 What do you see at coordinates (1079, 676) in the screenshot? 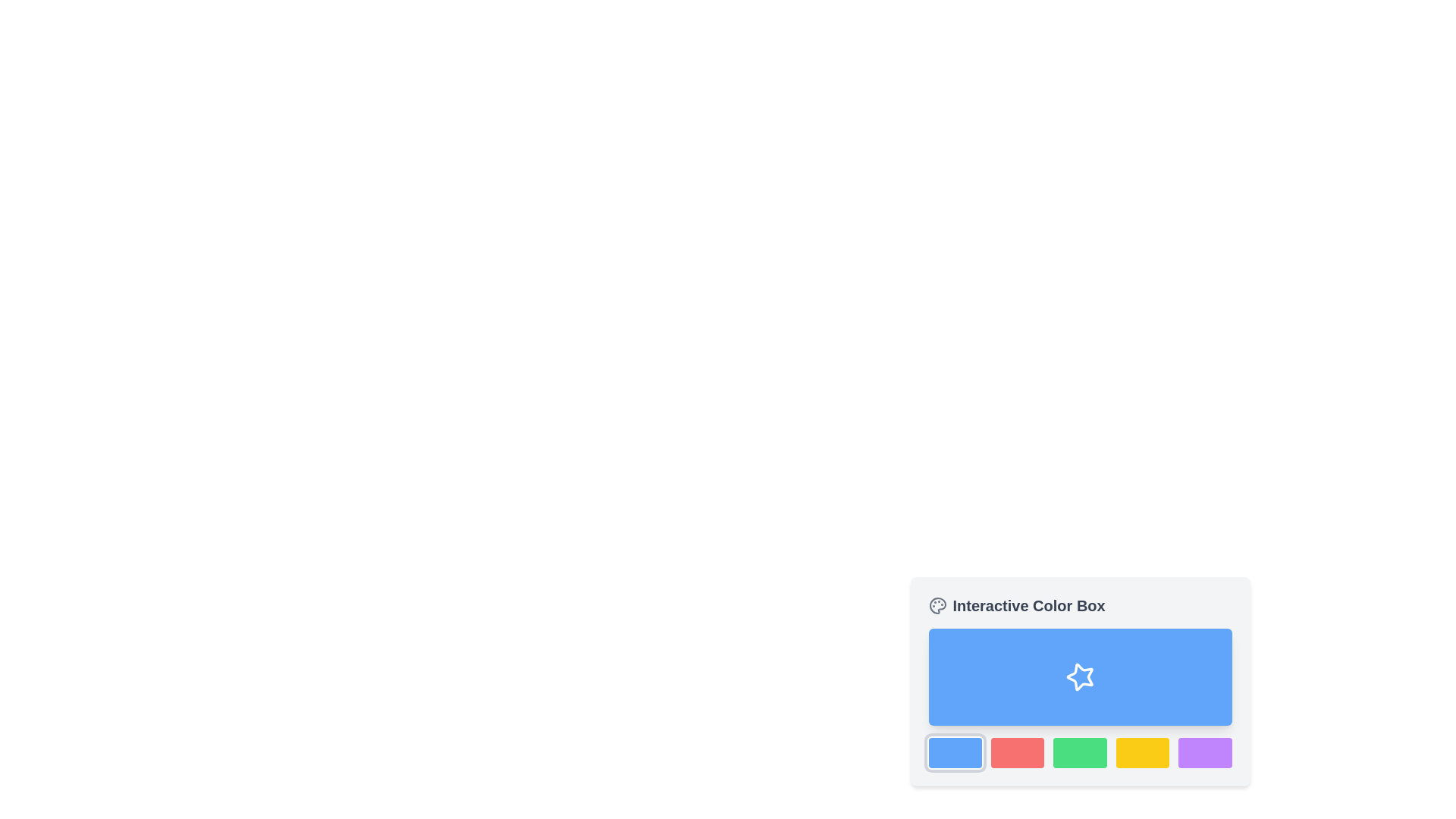
I see `the star-shaped icon with a white outline on a light blue background, located above a row of colored buttons` at bounding box center [1079, 676].